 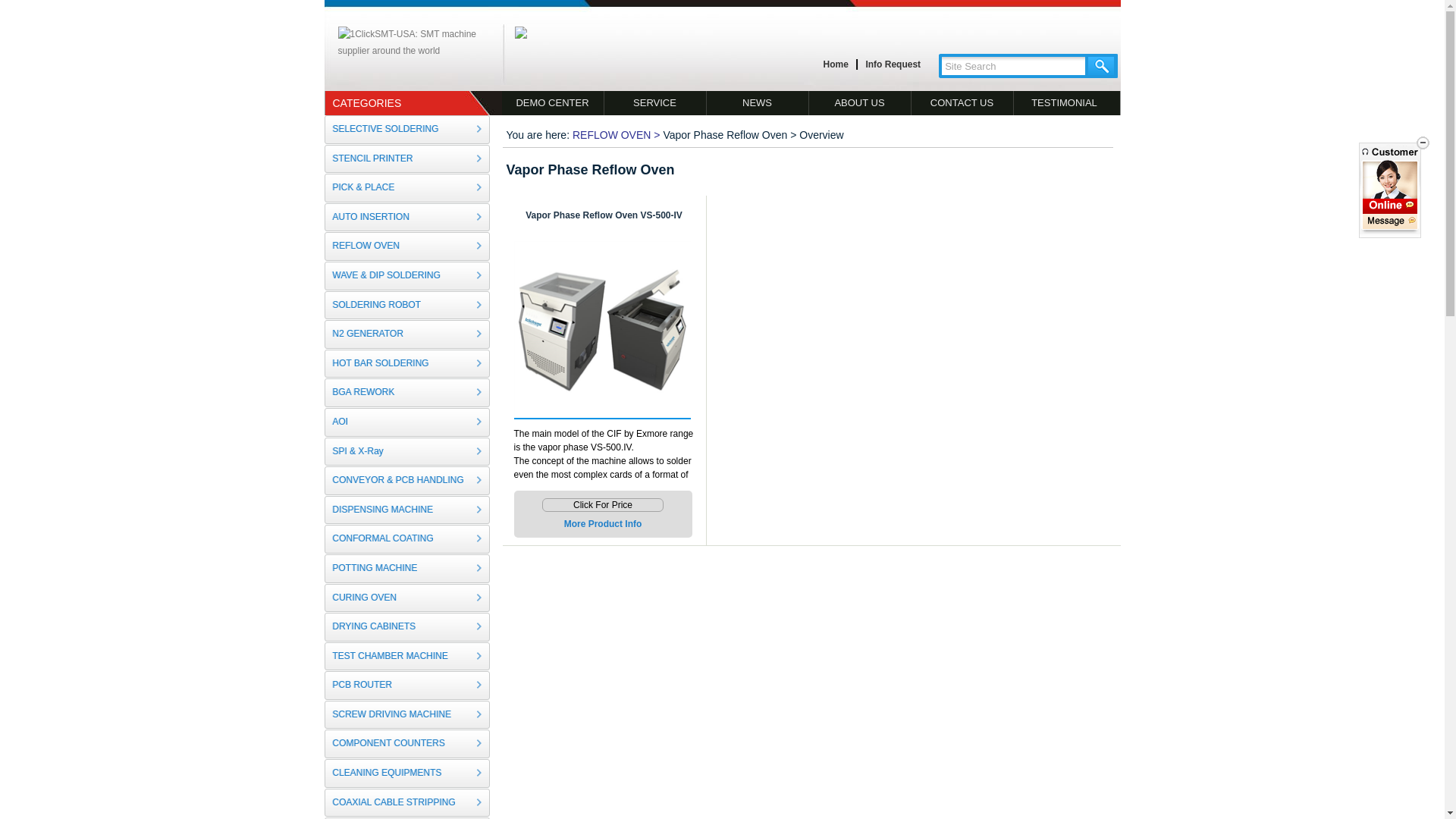 What do you see at coordinates (323, 685) in the screenshot?
I see `'PCB ROUTER'` at bounding box center [323, 685].